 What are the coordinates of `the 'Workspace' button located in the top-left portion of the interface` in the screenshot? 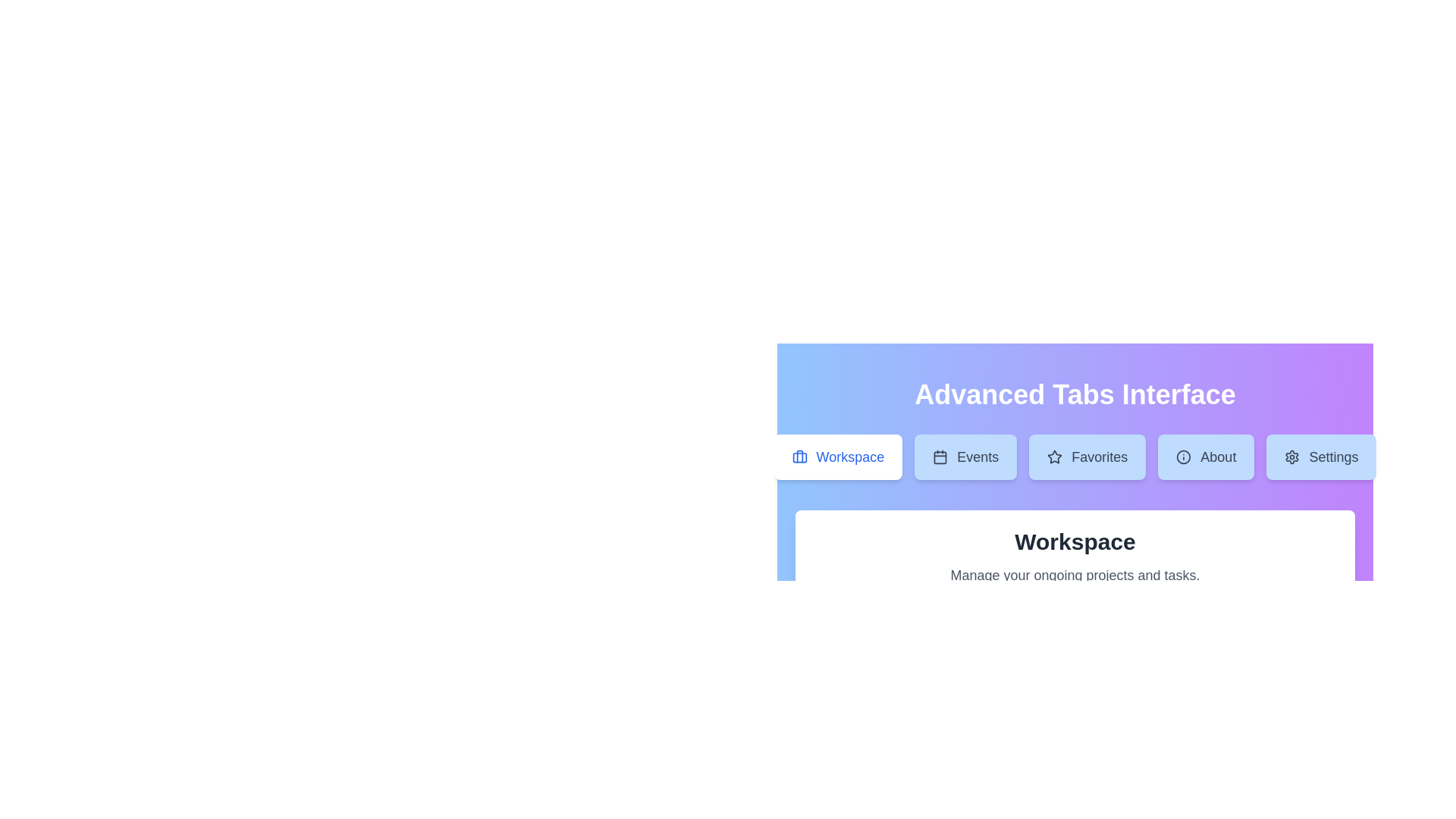 It's located at (837, 456).